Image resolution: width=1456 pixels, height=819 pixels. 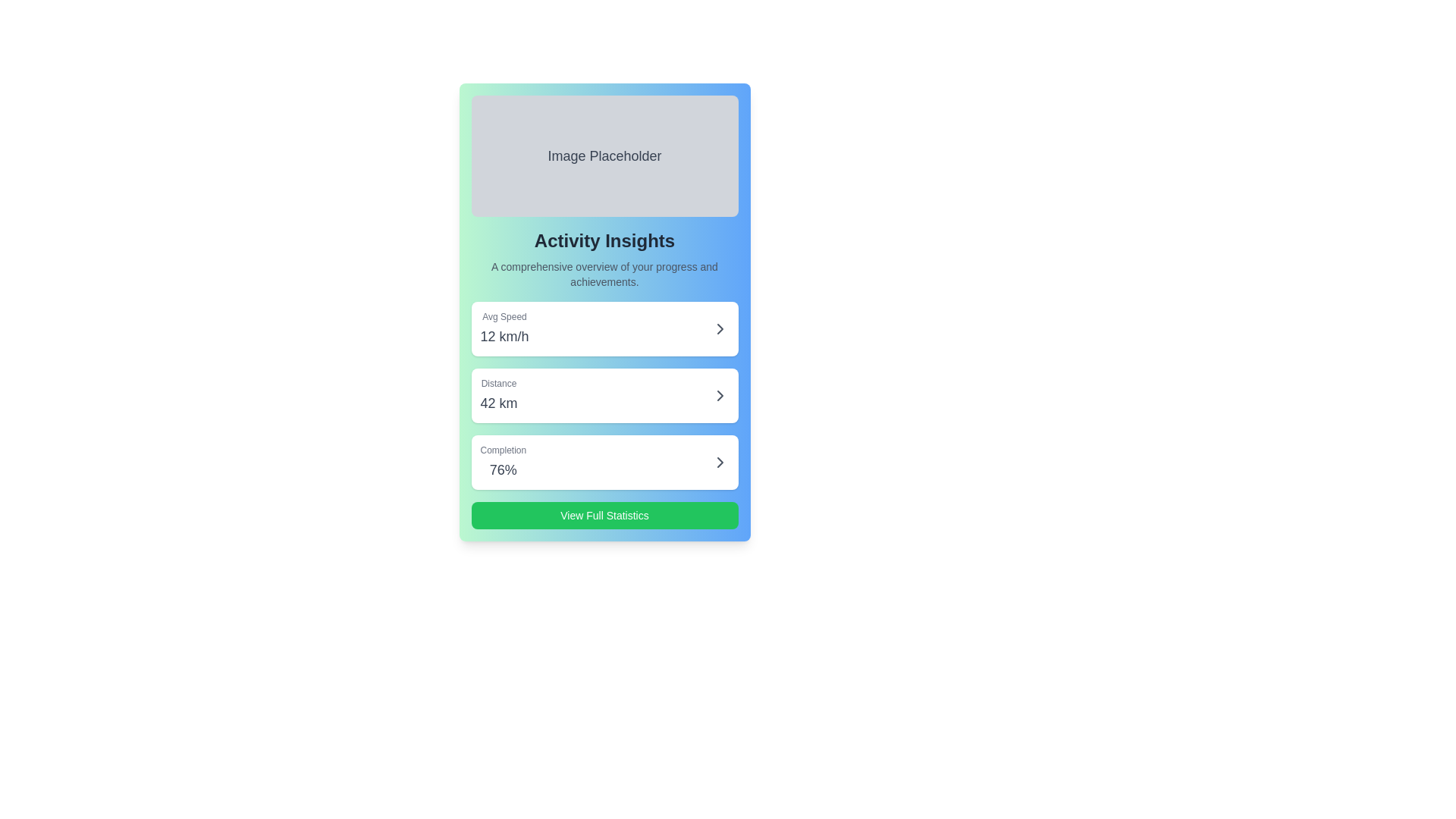 I want to click on the 'Avg Speed' label that displays the text in a small font and light gray color, located above the numeric value '12 km/h' in the activity statistics section, so click(x=504, y=315).